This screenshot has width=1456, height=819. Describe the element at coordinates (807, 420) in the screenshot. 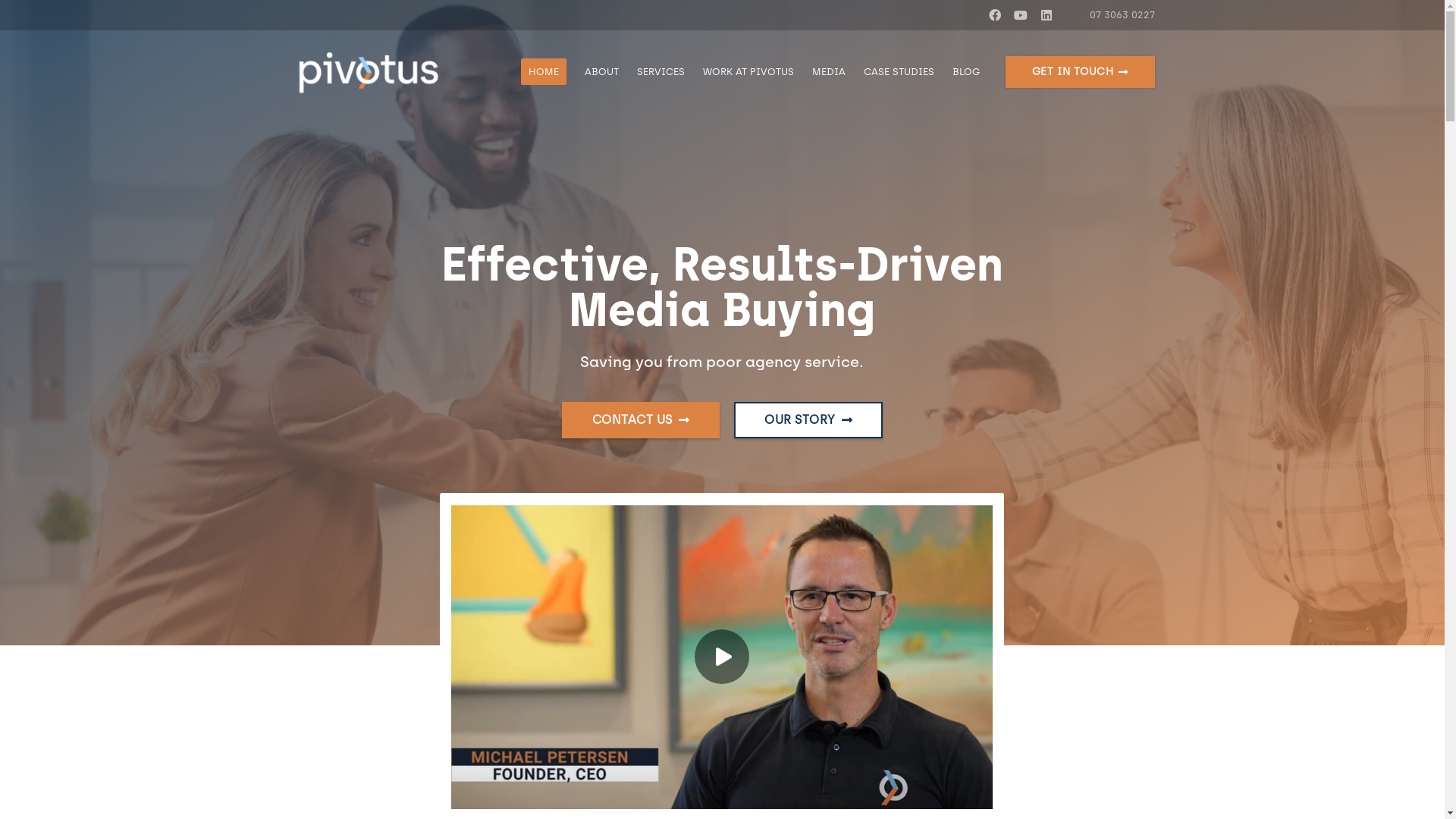

I see `'OUR STORY'` at that location.